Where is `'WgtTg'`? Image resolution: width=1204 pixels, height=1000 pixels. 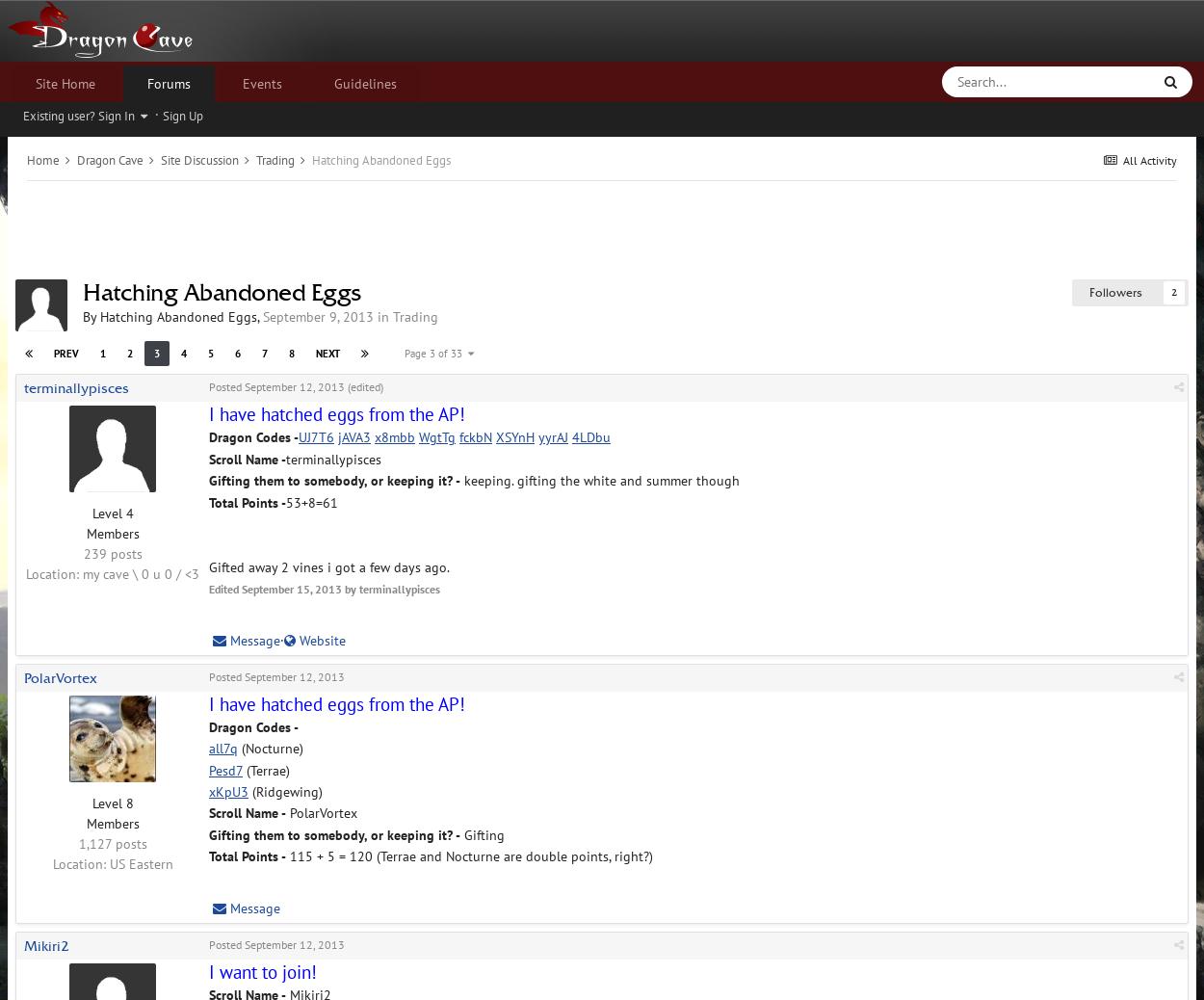 'WgtTg' is located at coordinates (436, 437).